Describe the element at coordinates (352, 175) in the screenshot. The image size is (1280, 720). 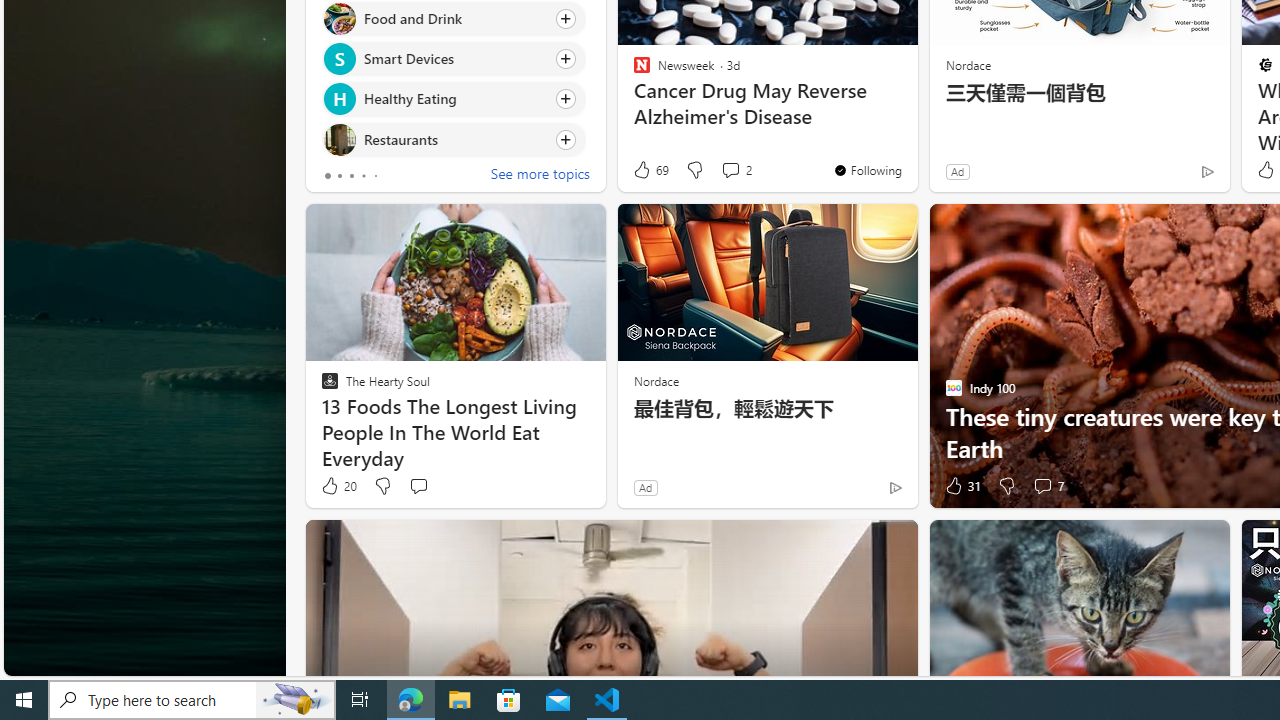
I see `'tab-2'` at that location.